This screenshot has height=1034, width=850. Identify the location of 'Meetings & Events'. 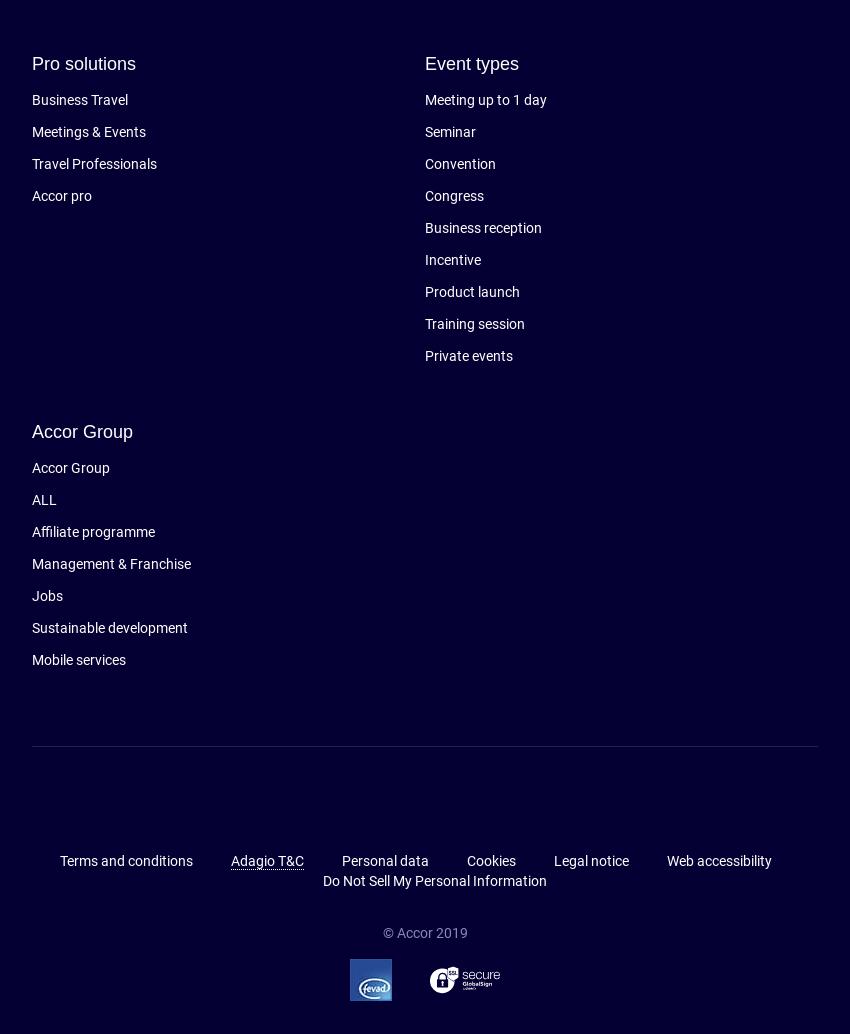
(87, 132).